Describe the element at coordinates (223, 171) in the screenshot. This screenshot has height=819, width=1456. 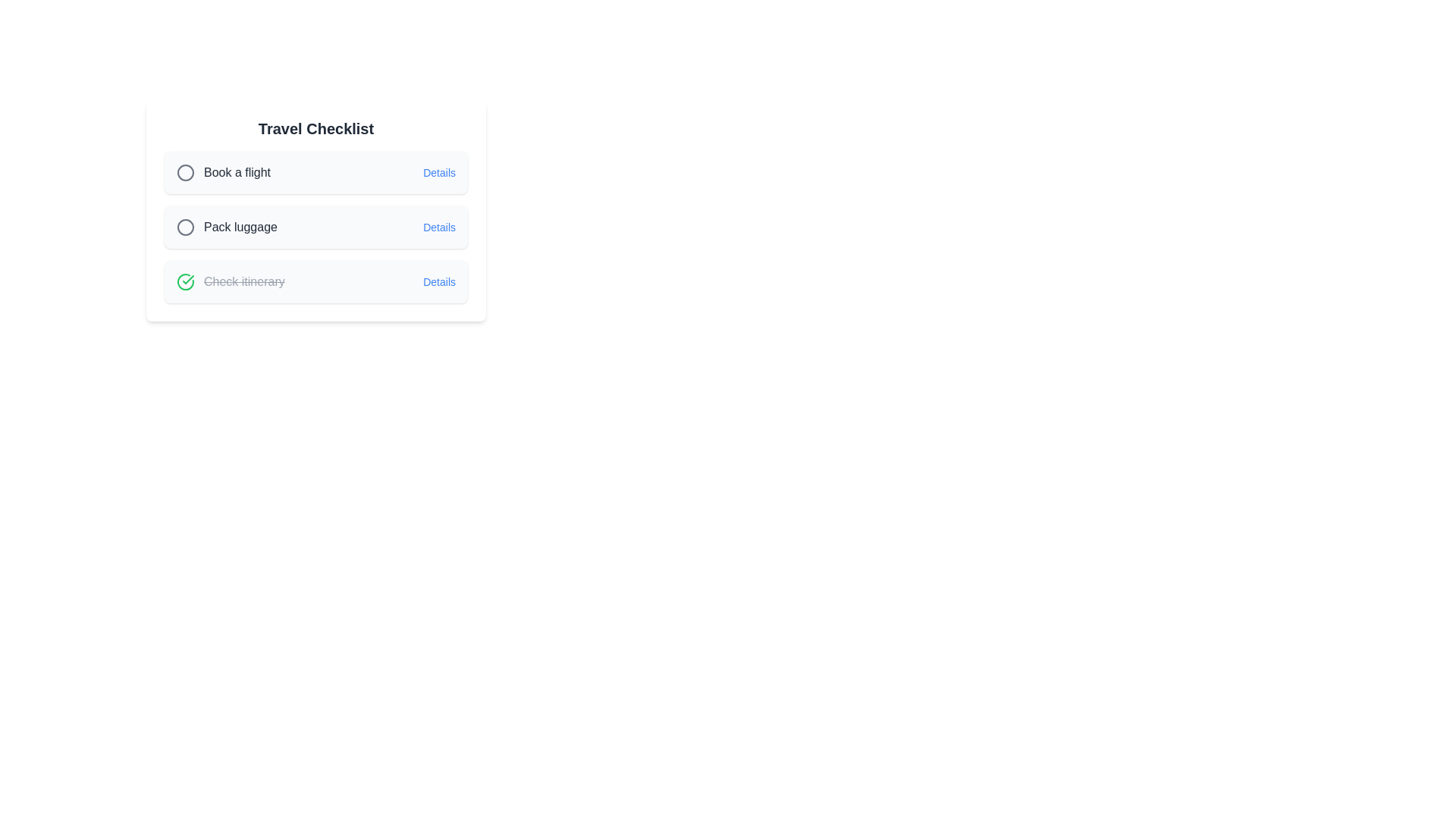
I see `the 'Book a flight' text label, which is the primary label in the top row of the checklist and styled with a gray color scheme` at that location.